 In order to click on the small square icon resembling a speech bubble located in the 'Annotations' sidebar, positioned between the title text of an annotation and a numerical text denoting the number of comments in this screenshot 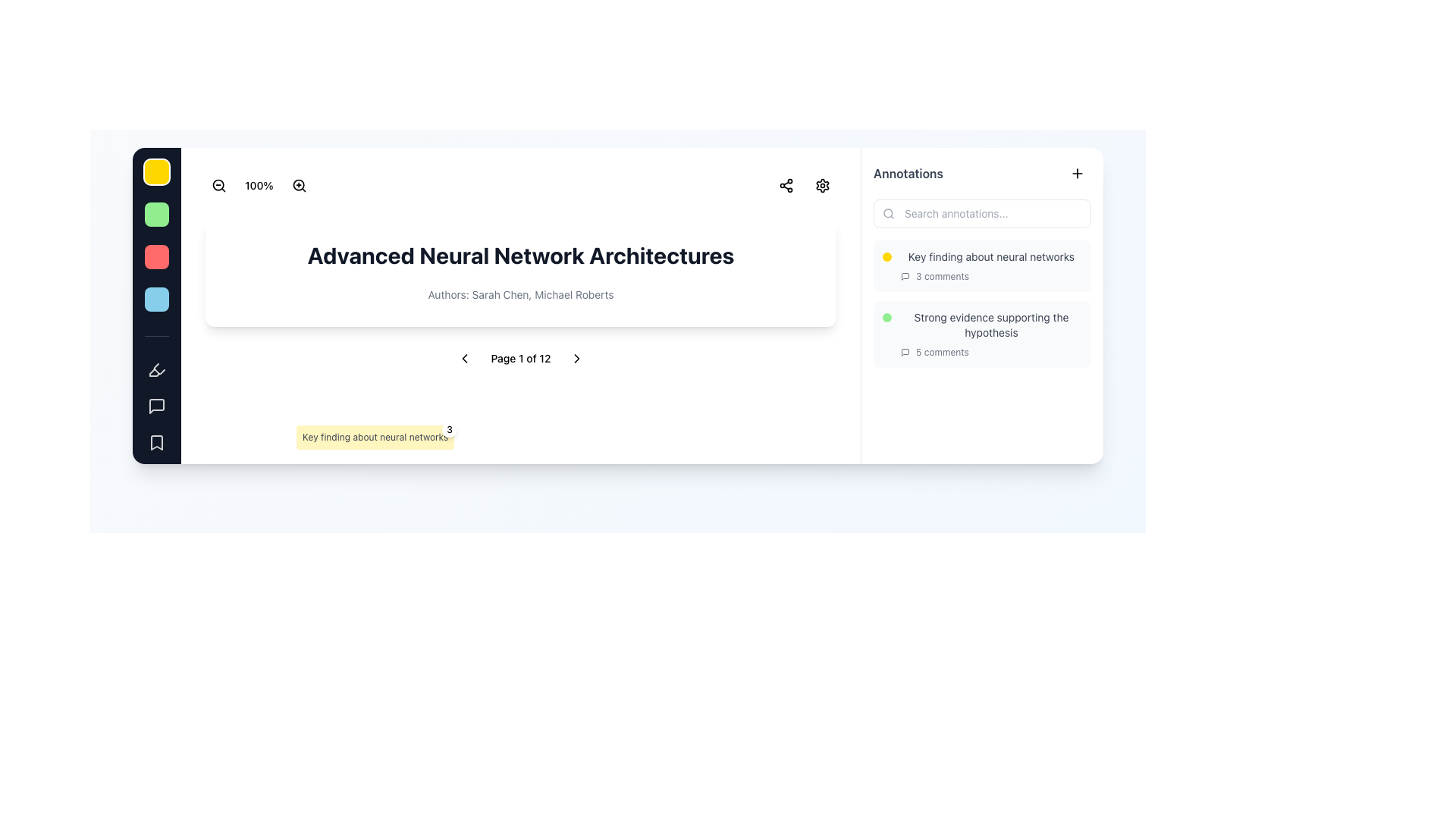, I will do `click(905, 353)`.